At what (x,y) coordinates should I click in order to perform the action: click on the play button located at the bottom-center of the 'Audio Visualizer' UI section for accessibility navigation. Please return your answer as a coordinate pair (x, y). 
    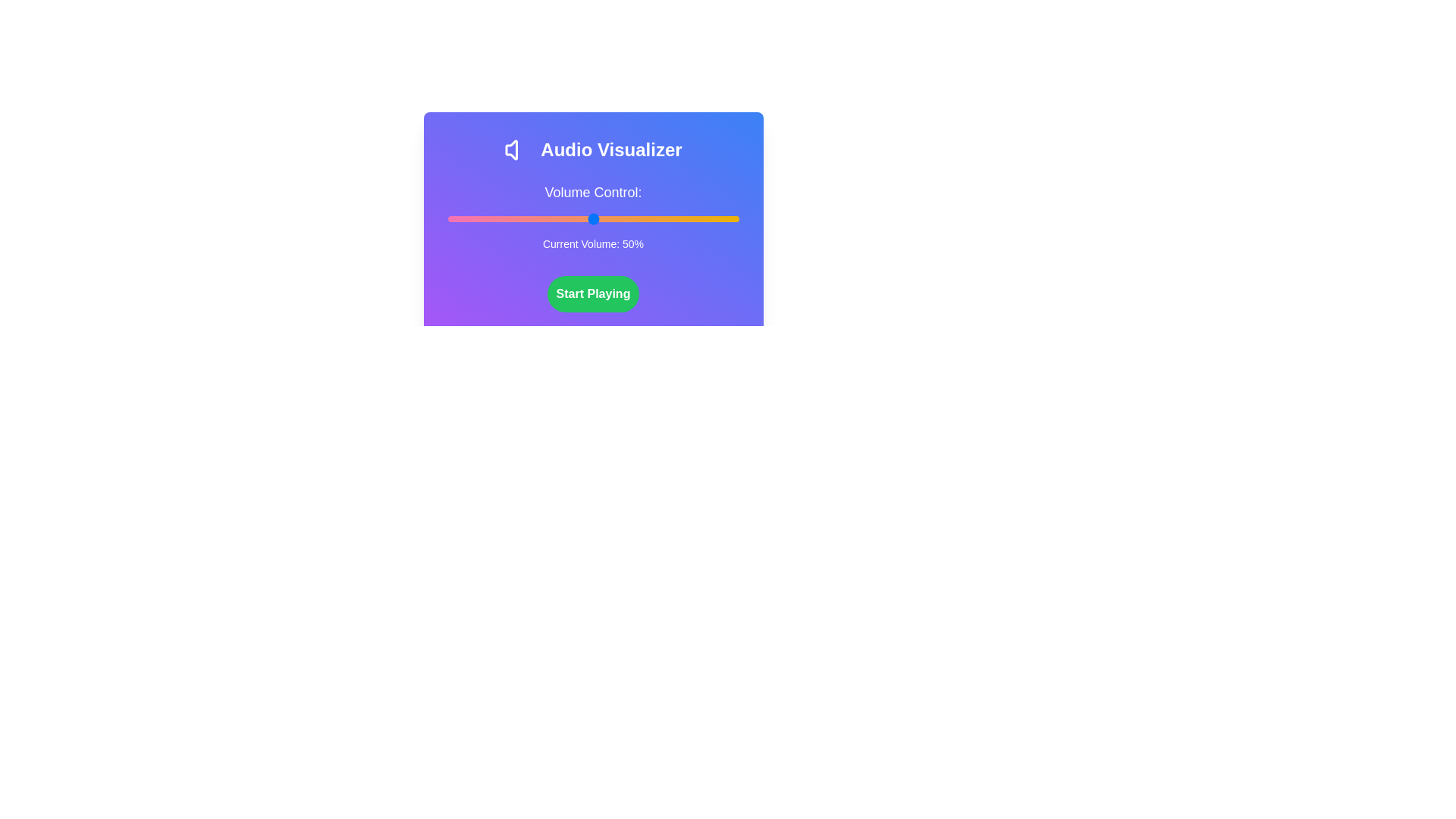
    Looking at the image, I should click on (592, 294).